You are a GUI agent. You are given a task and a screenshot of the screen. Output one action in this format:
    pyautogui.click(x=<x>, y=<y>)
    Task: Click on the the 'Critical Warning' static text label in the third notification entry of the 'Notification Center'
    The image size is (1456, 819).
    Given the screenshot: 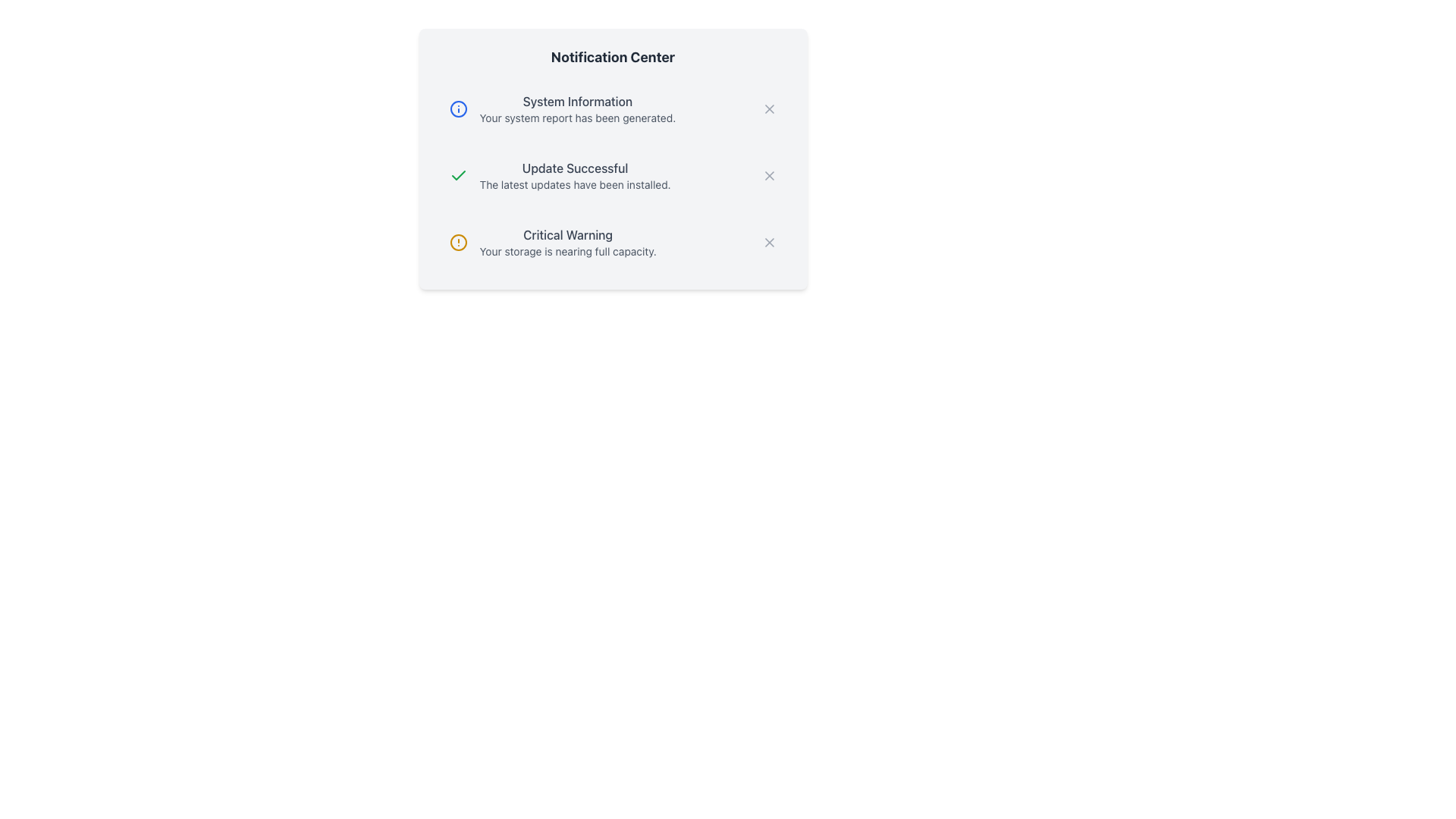 What is the action you would take?
    pyautogui.click(x=567, y=234)
    